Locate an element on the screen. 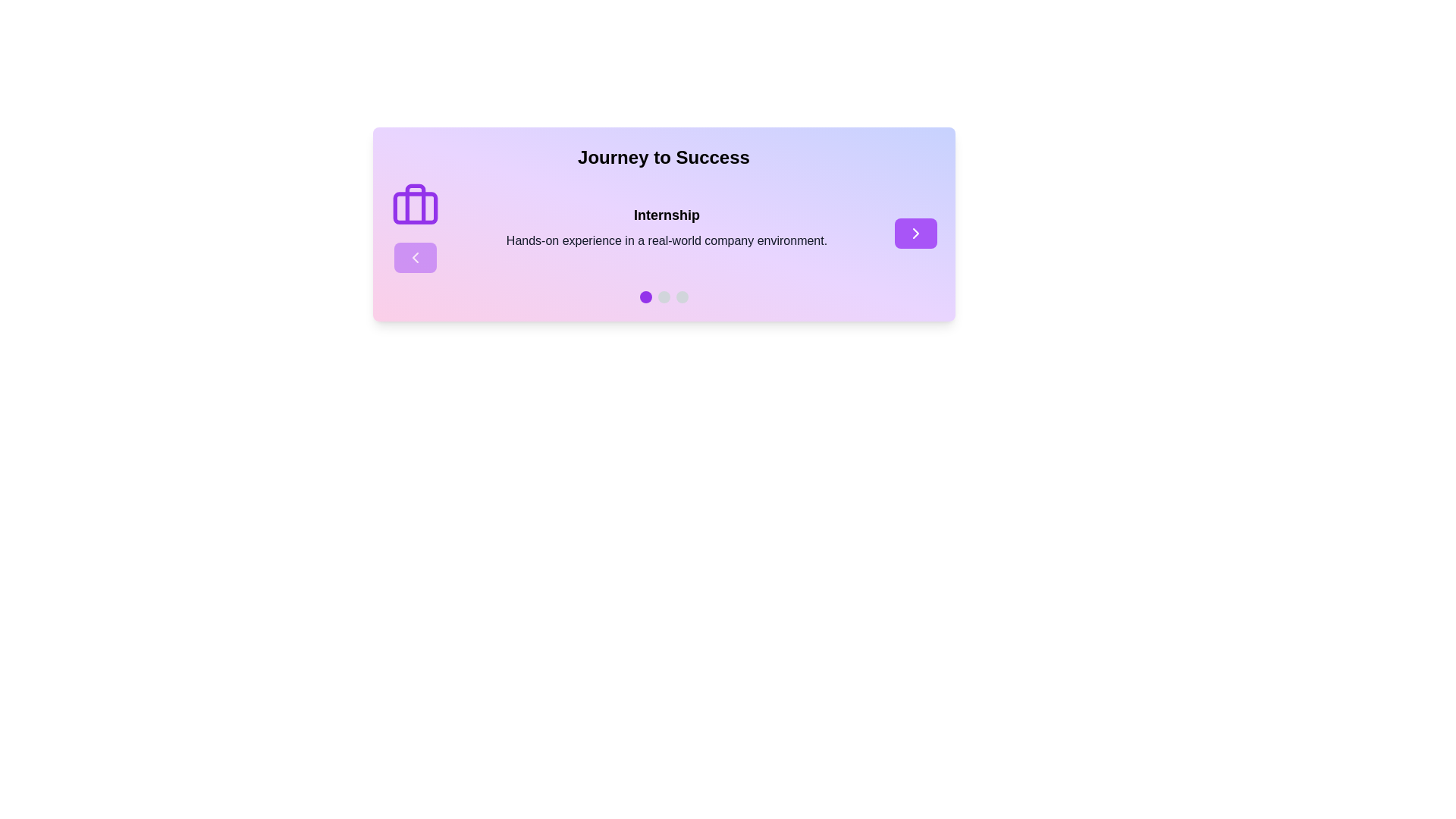  the left-facing chevron icon located within a circular button with a violet fill by is located at coordinates (415, 256).